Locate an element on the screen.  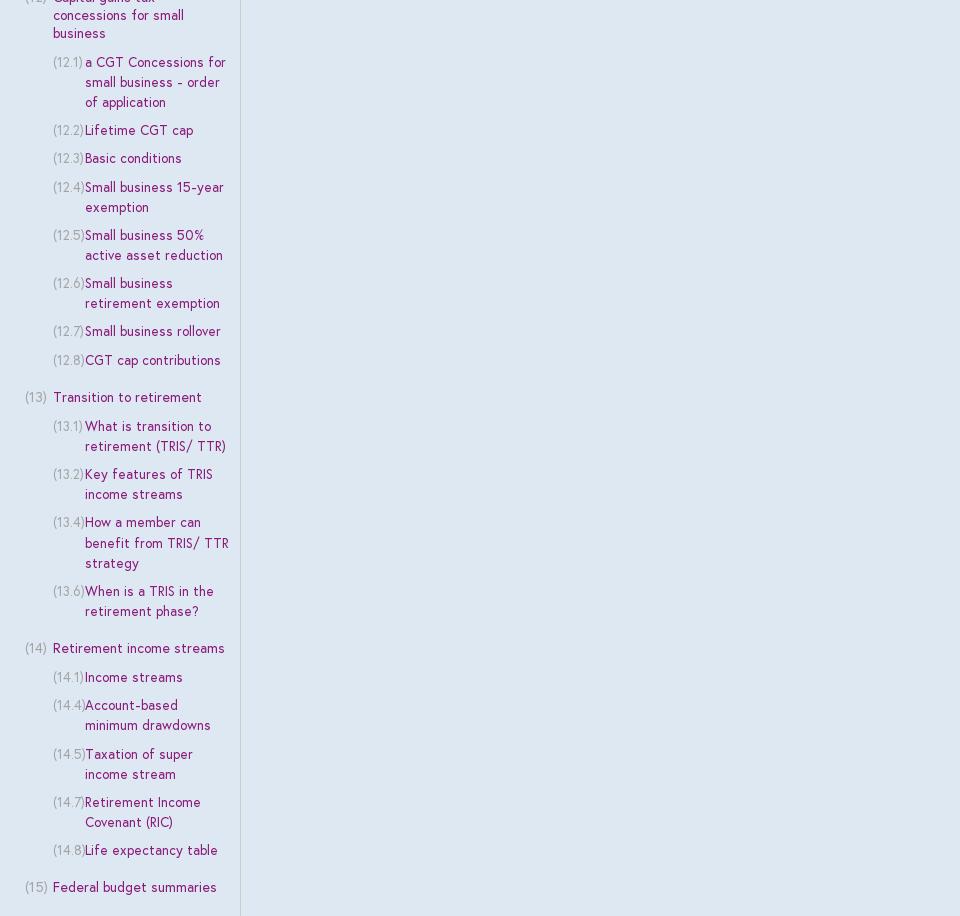
'Account-based minimum drawdowns' is located at coordinates (145, 715).